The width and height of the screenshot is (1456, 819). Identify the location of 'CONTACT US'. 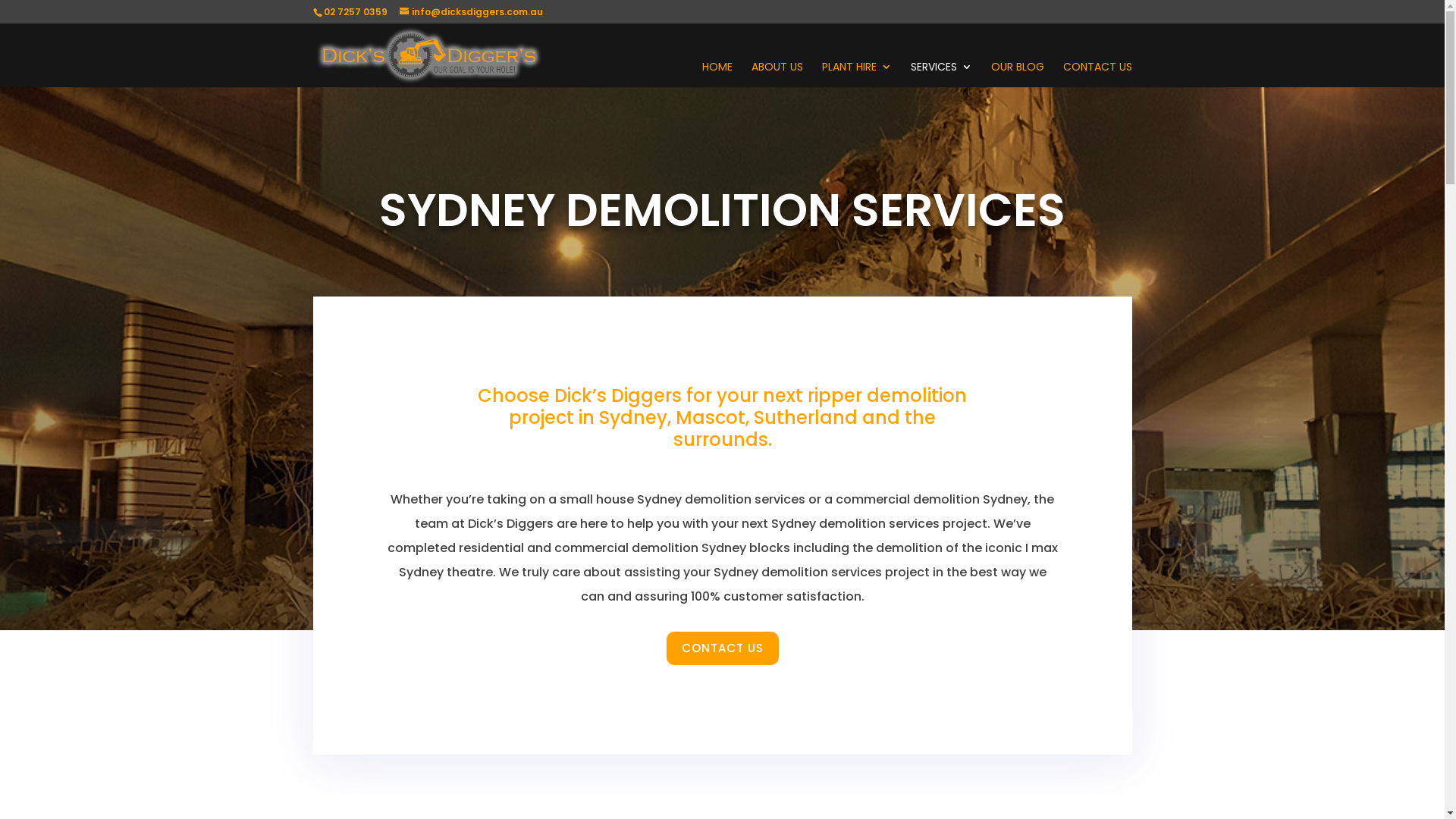
(1097, 74).